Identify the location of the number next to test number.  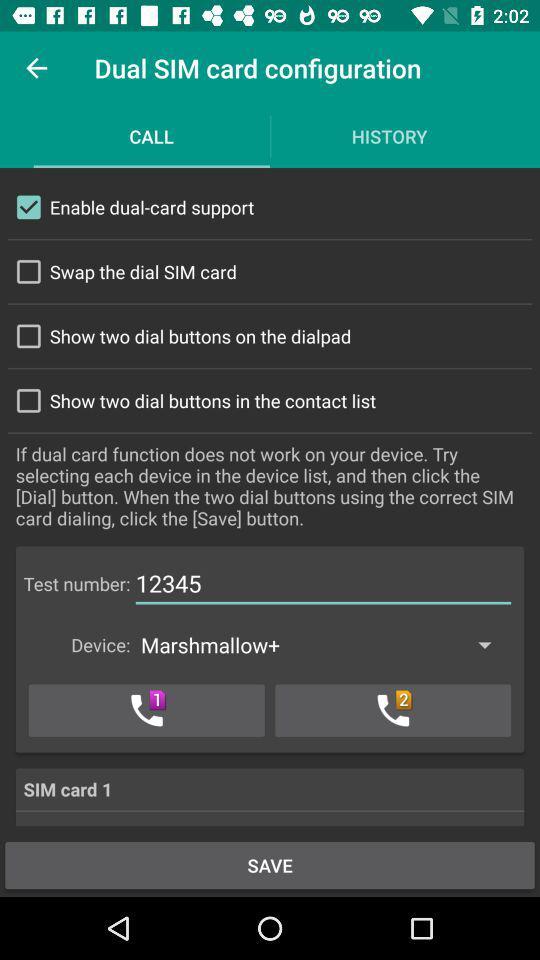
(323, 583).